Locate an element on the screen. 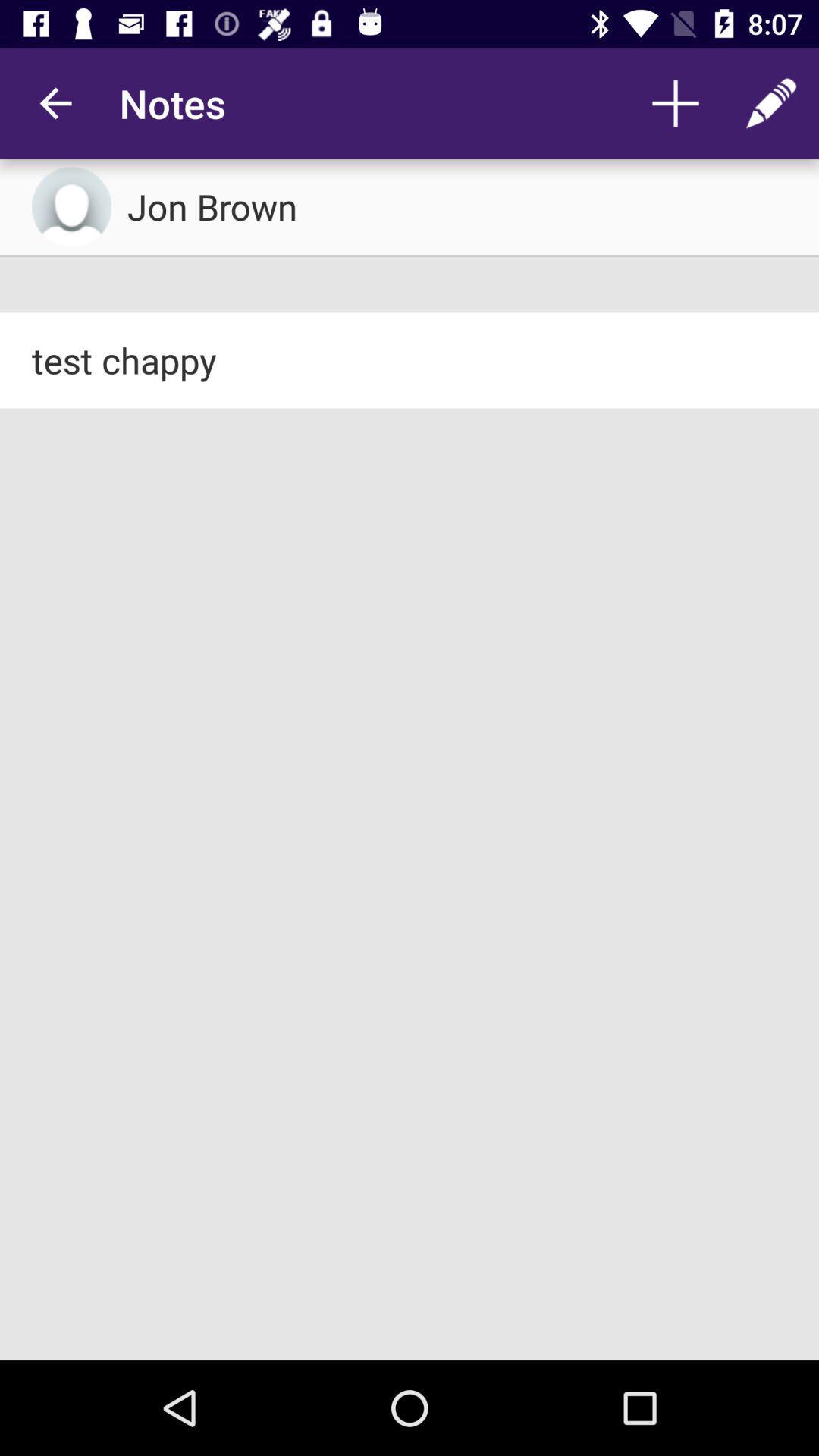  the icon to the right of the notes item is located at coordinates (675, 102).